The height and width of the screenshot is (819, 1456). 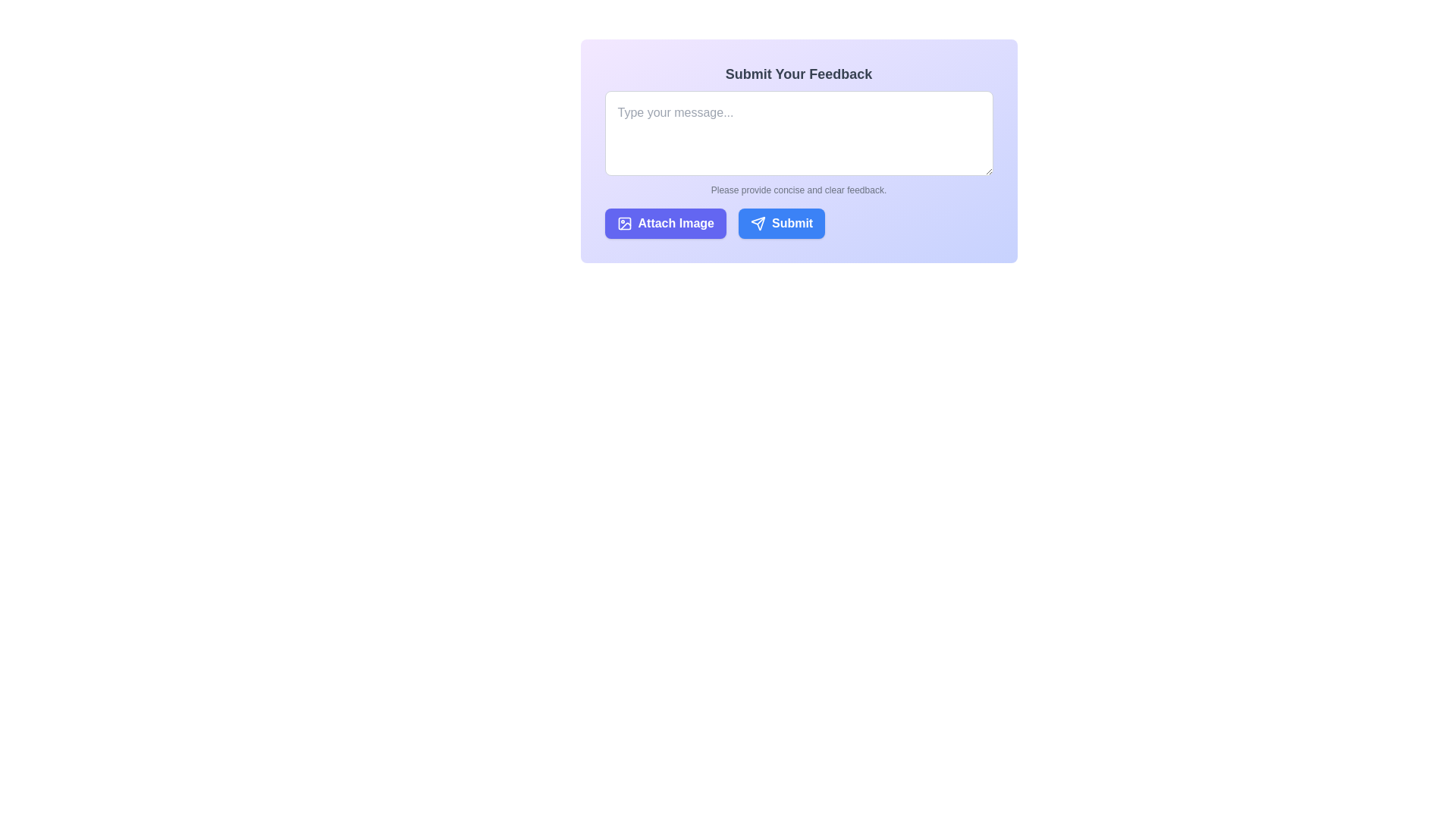 I want to click on the icon resembling a framed image with a circular shape inside, located to the left of the 'Attach Image' text in the button element at the bottom-left section of the form, so click(x=624, y=223).